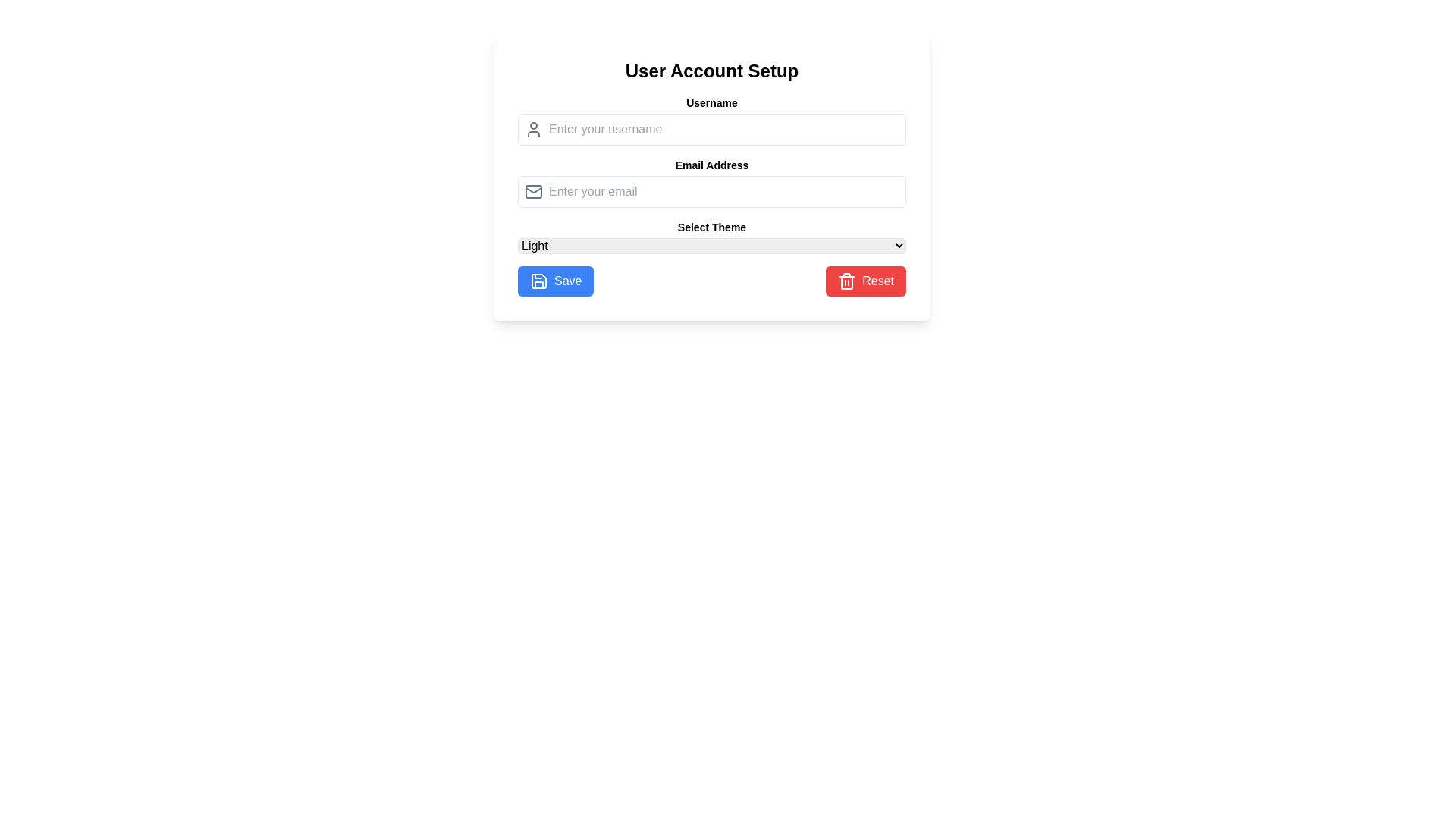 This screenshot has width=1456, height=819. What do you see at coordinates (711, 165) in the screenshot?
I see `text from the 'Email Address' label, which is a bold, small font styled label located centrally above the email input field` at bounding box center [711, 165].